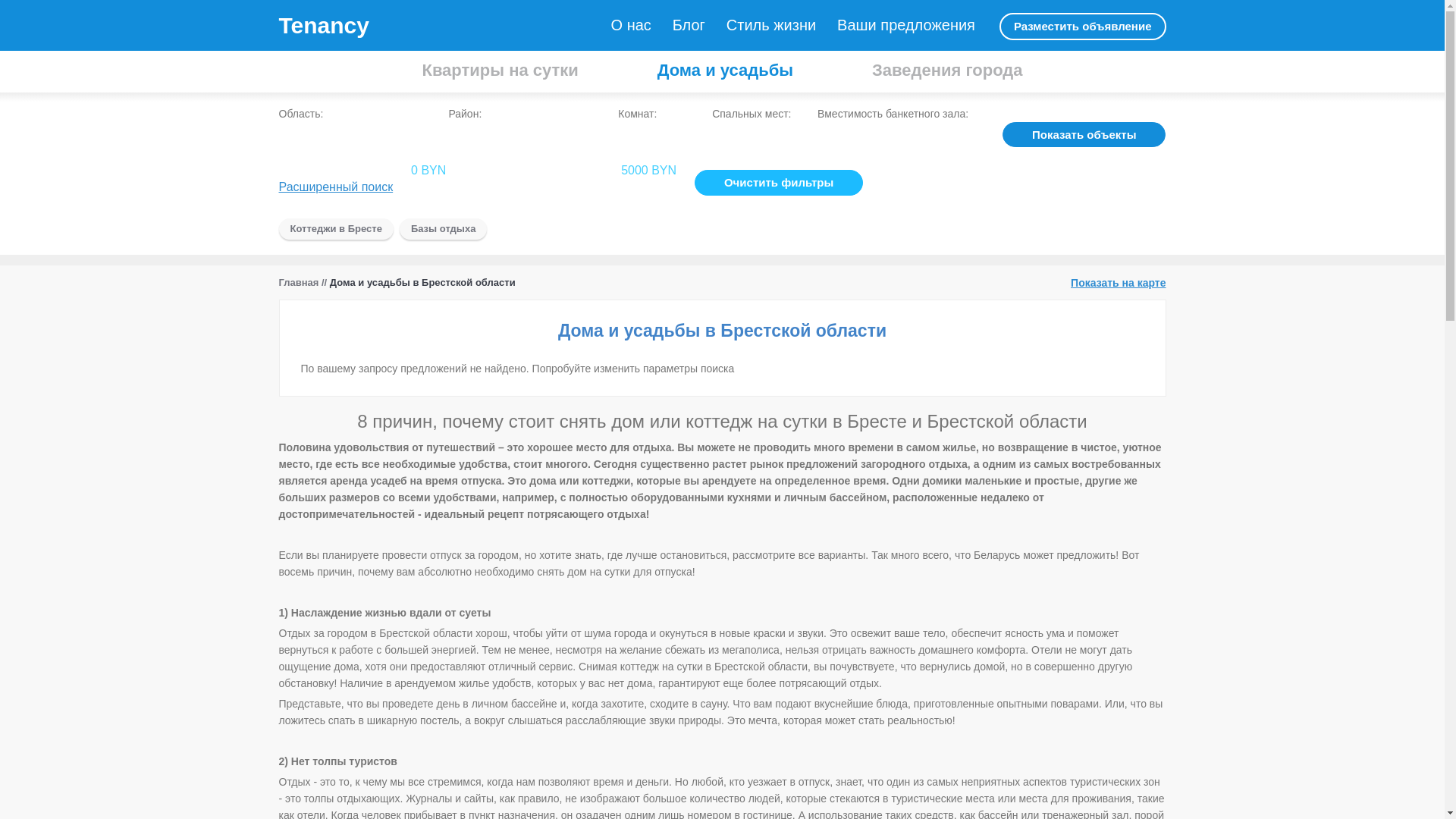  I want to click on 'Tenancy', so click(323, 25).